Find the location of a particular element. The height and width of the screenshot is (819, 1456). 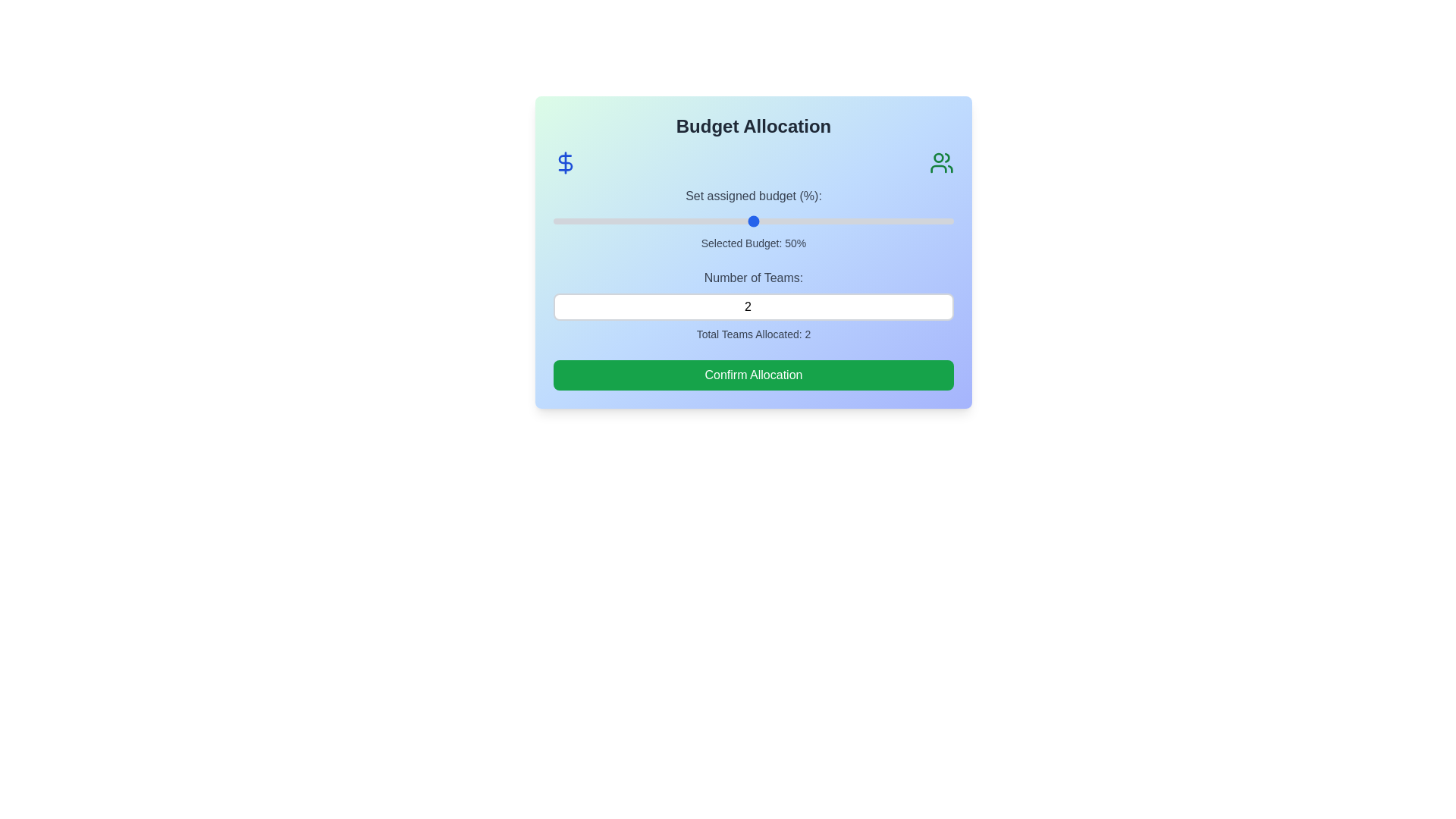

the 'Confirm Allocation' button to finalize the allocation is located at coordinates (753, 375).